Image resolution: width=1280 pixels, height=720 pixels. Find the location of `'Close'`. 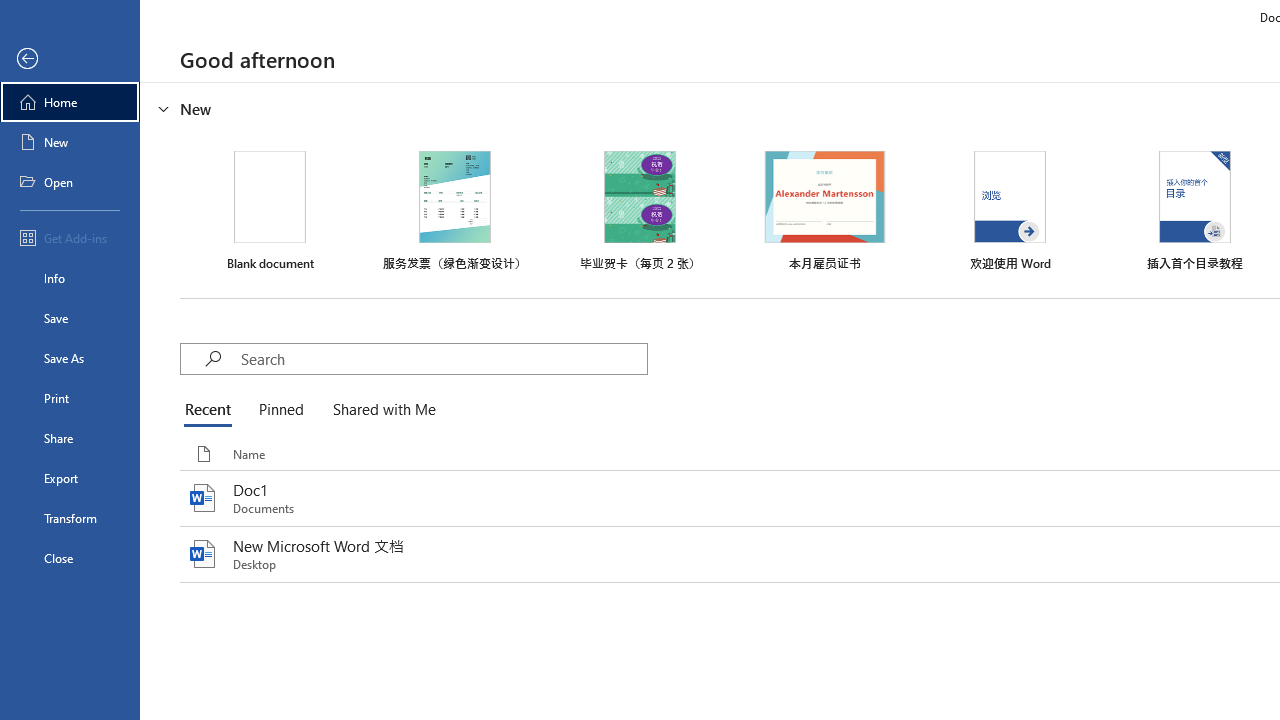

'Close' is located at coordinates (69, 558).